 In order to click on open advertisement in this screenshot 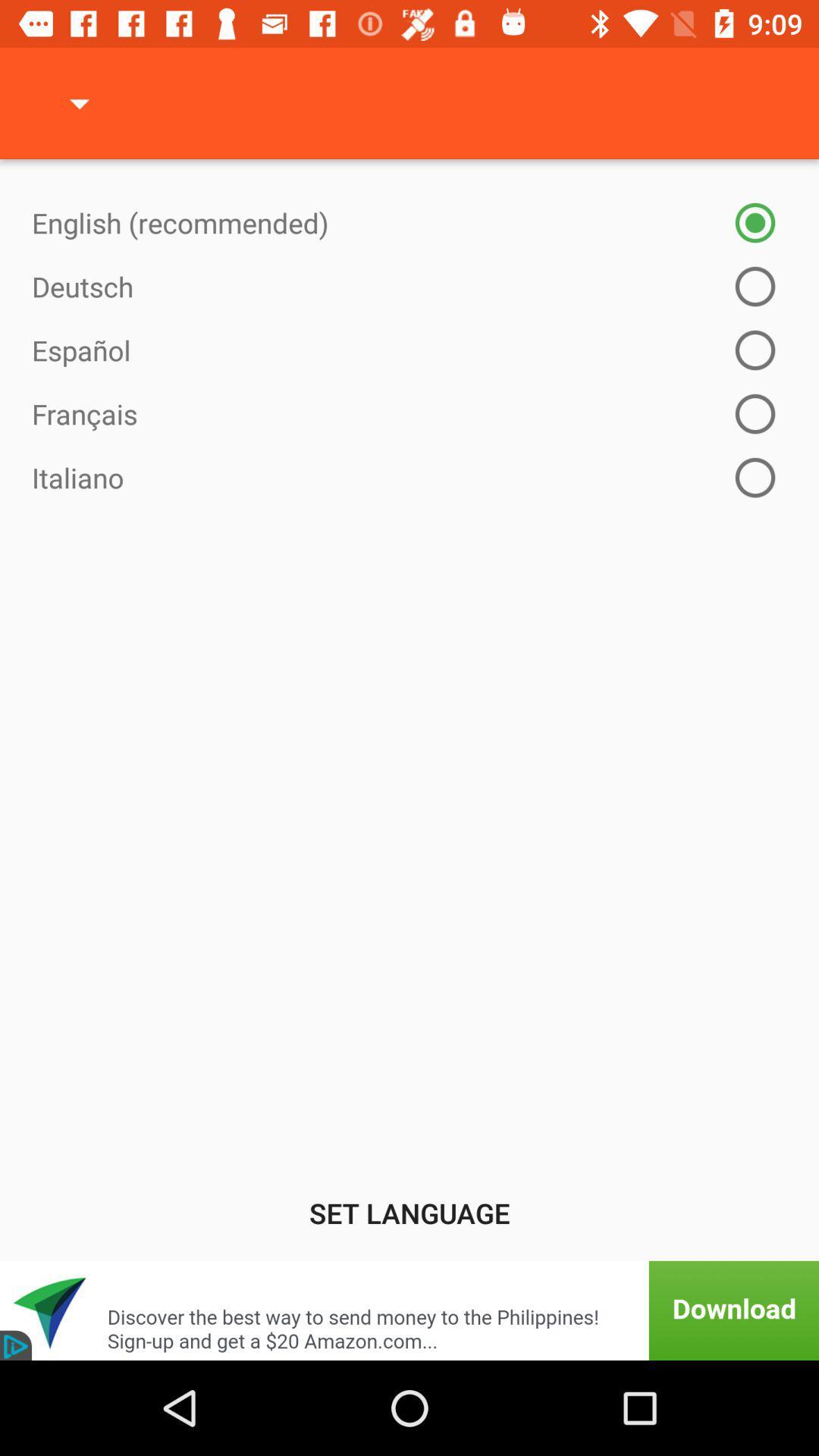, I will do `click(409, 1310)`.